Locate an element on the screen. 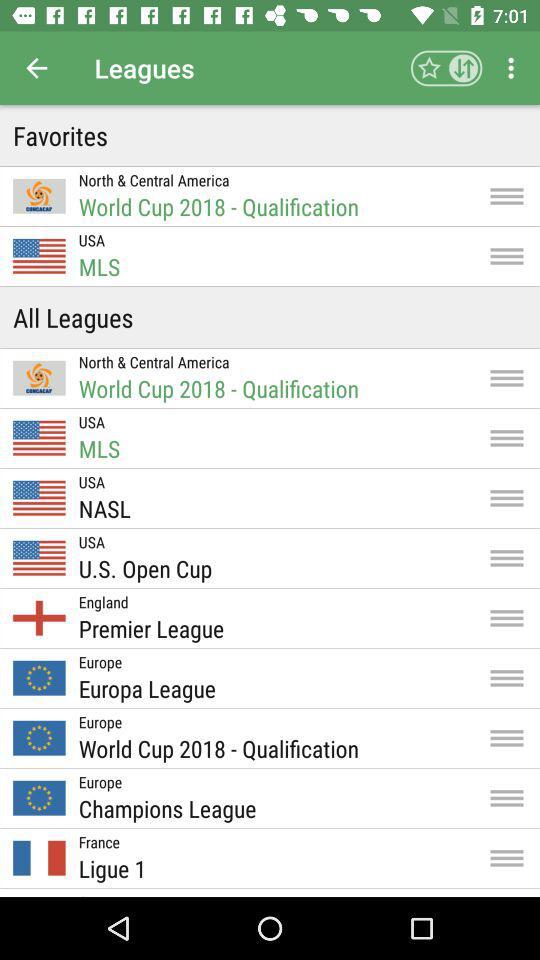 The width and height of the screenshot is (540, 960). the first image below all leagues is located at coordinates (39, 376).